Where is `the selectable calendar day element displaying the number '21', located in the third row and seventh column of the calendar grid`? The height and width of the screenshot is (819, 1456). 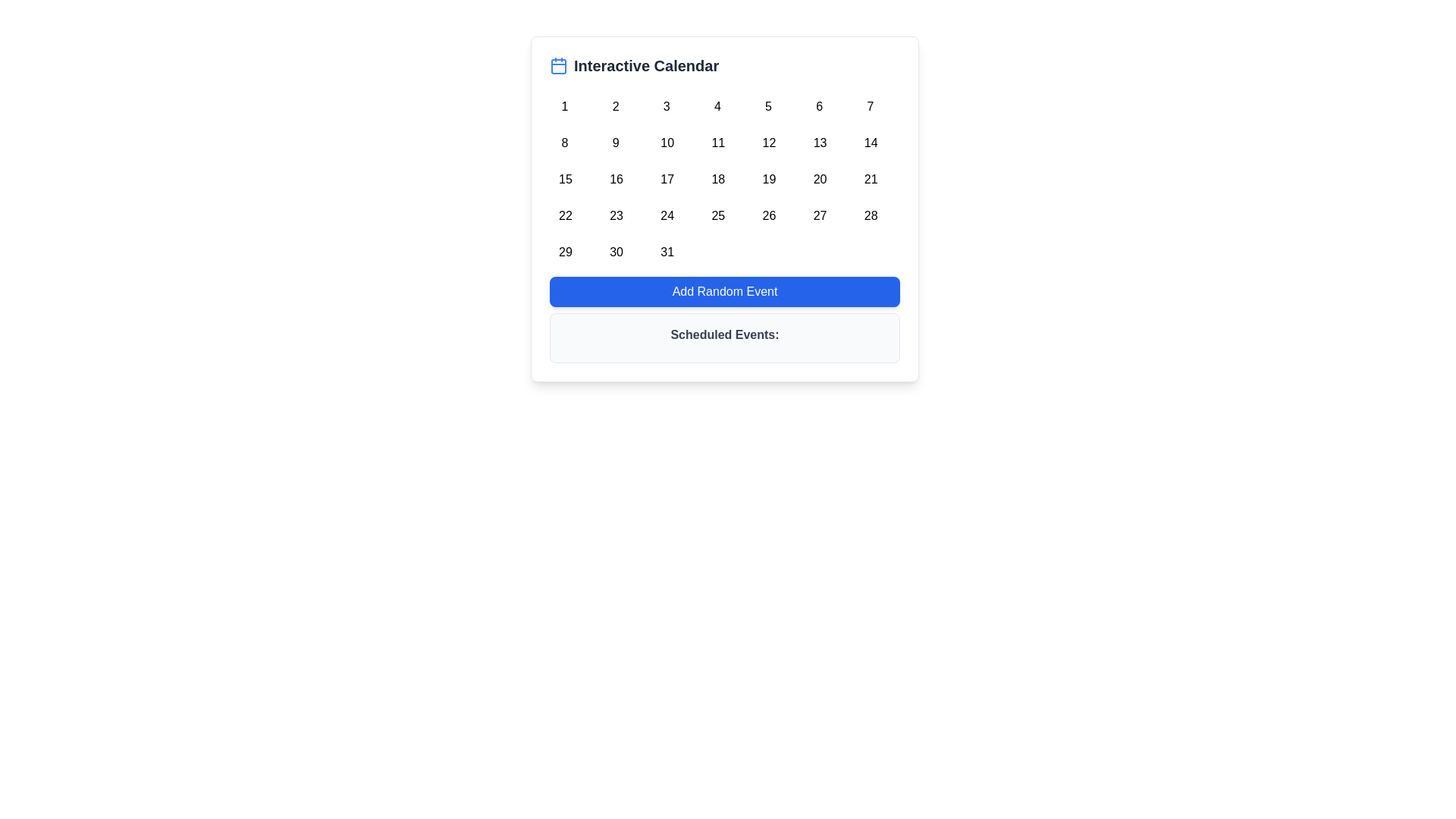 the selectable calendar day element displaying the number '21', located in the third row and seventh column of the calendar grid is located at coordinates (870, 175).